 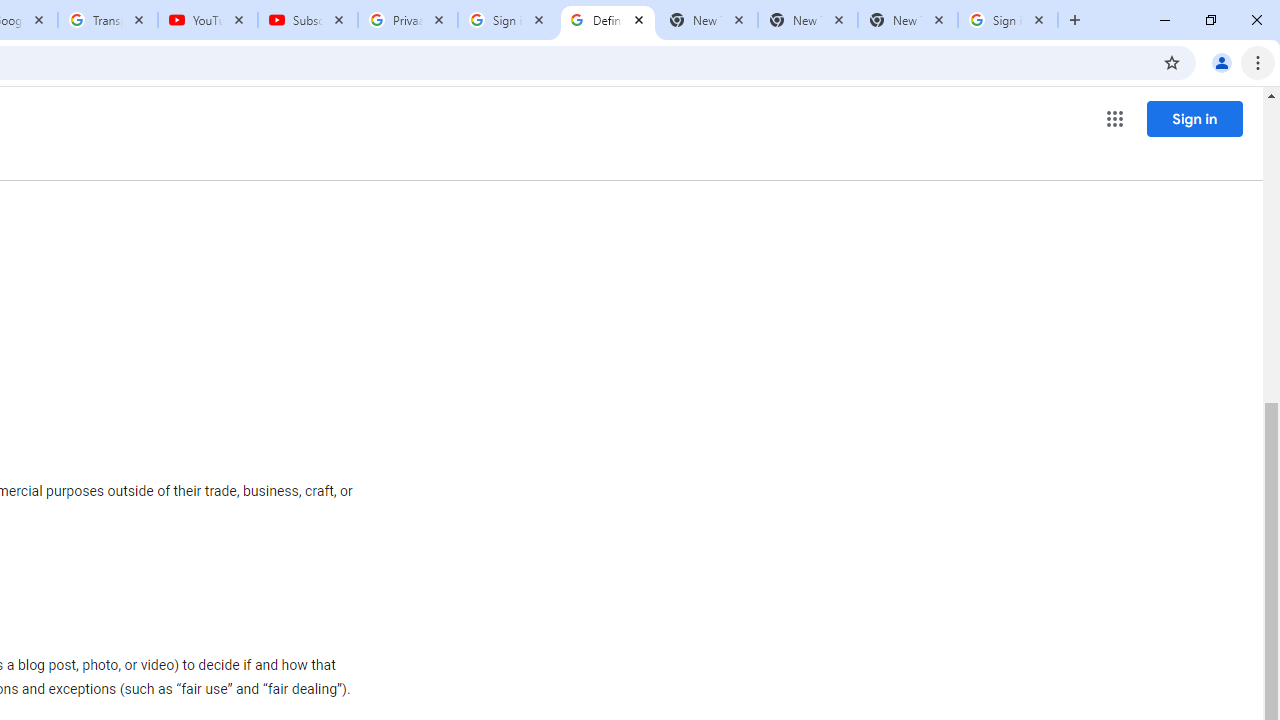 I want to click on 'YouTube', so click(x=208, y=20).